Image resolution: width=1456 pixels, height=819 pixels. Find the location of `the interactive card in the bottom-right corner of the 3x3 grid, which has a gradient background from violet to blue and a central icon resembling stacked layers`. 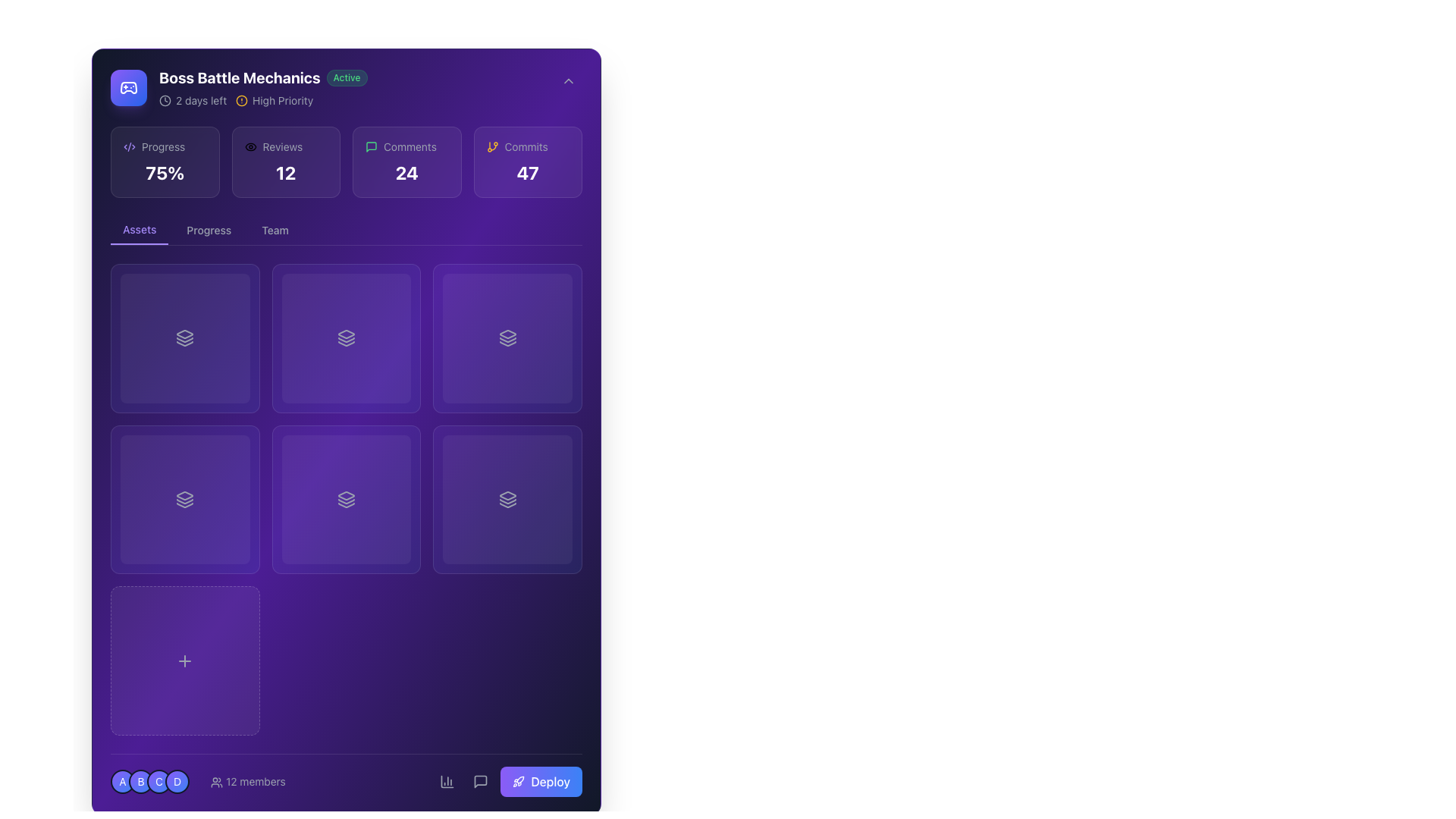

the interactive card in the bottom-right corner of the 3x3 grid, which has a gradient background from violet to blue and a central icon resembling stacked layers is located at coordinates (507, 500).